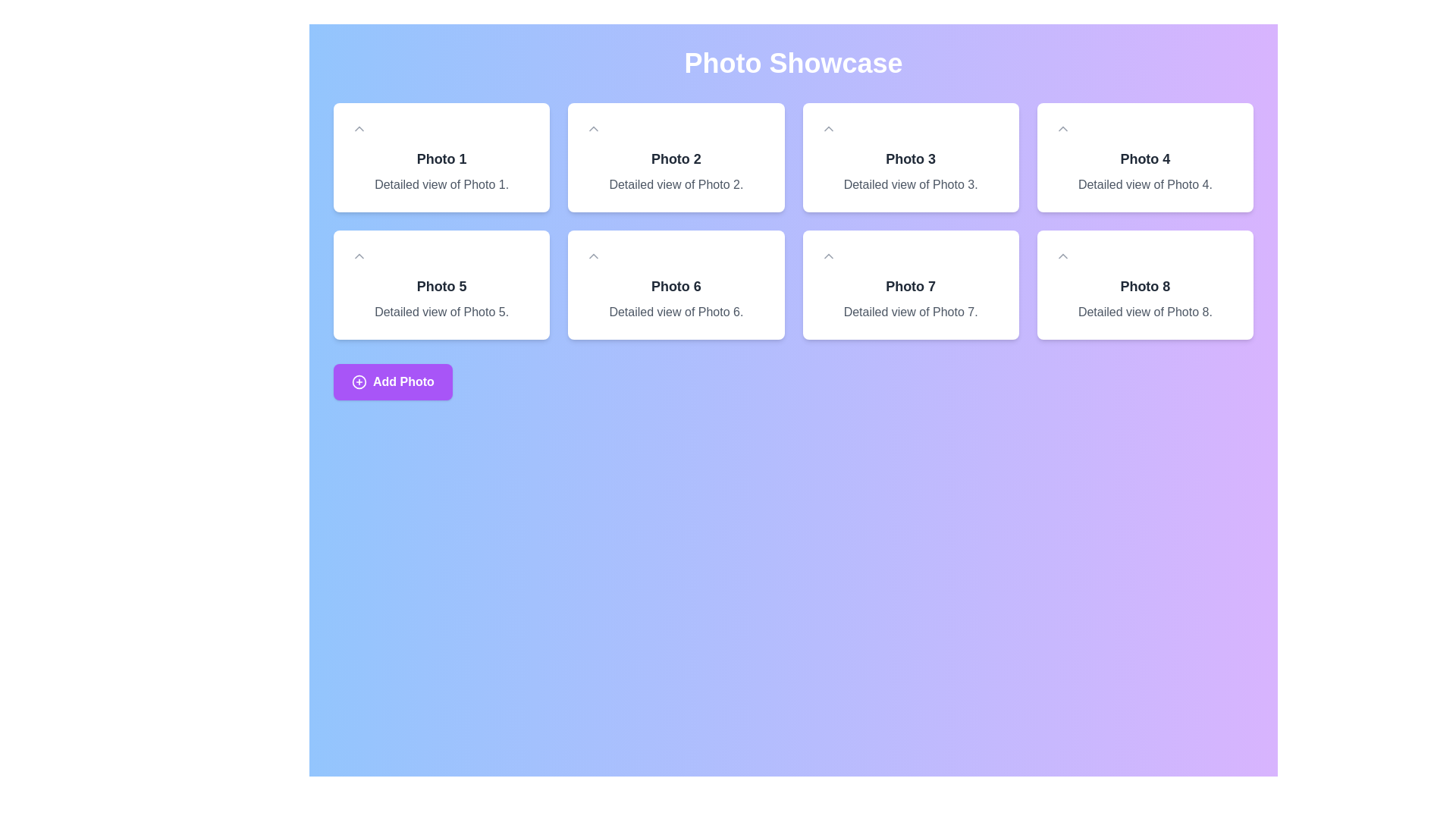 This screenshot has width=1456, height=819. What do you see at coordinates (827, 256) in the screenshot?
I see `the chevron icon button located at the top-left of the 'Photo 7' card` at bounding box center [827, 256].